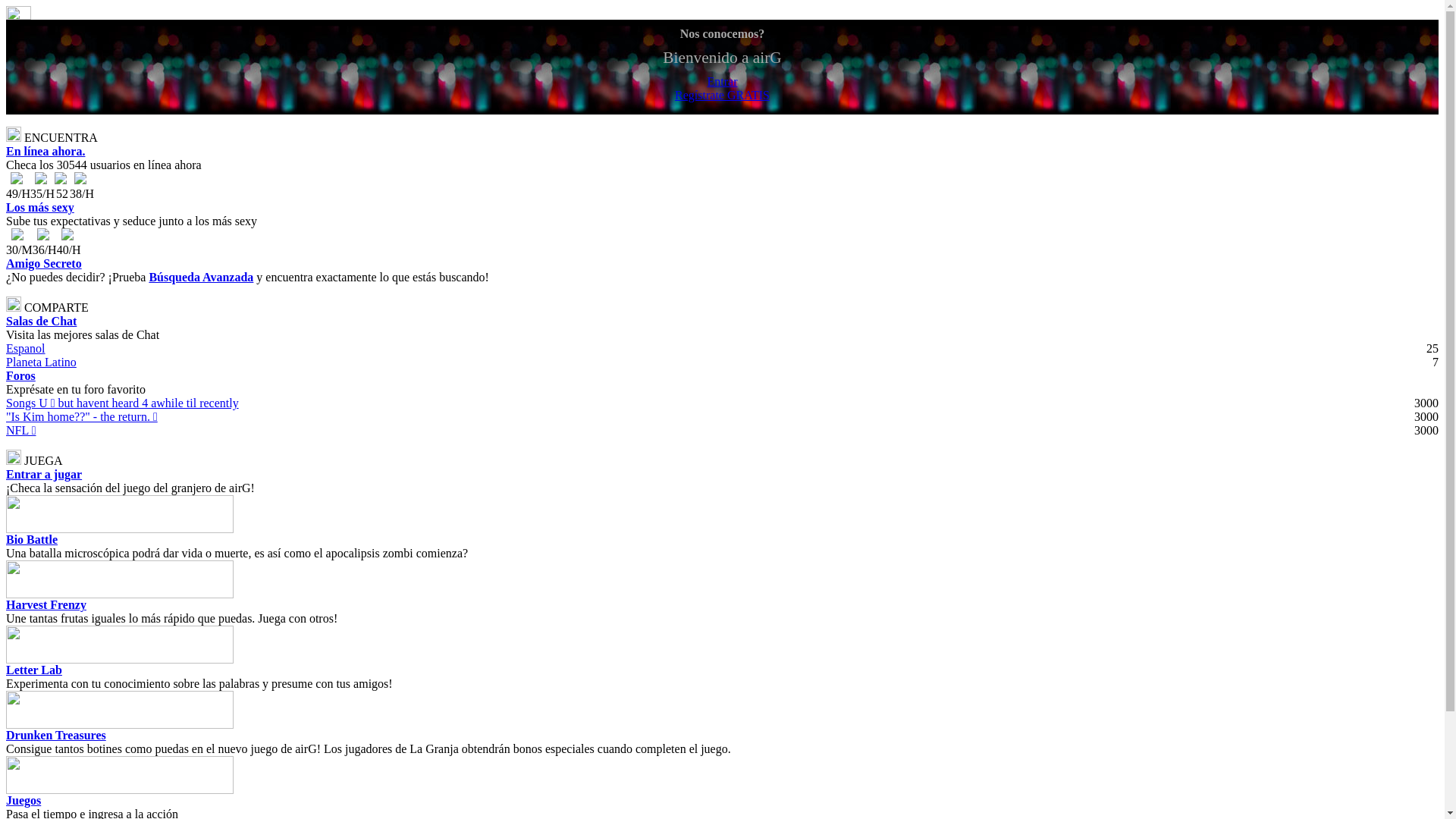 This screenshot has height=819, width=1456. What do you see at coordinates (41, 320) in the screenshot?
I see `'Salas de Chat'` at bounding box center [41, 320].